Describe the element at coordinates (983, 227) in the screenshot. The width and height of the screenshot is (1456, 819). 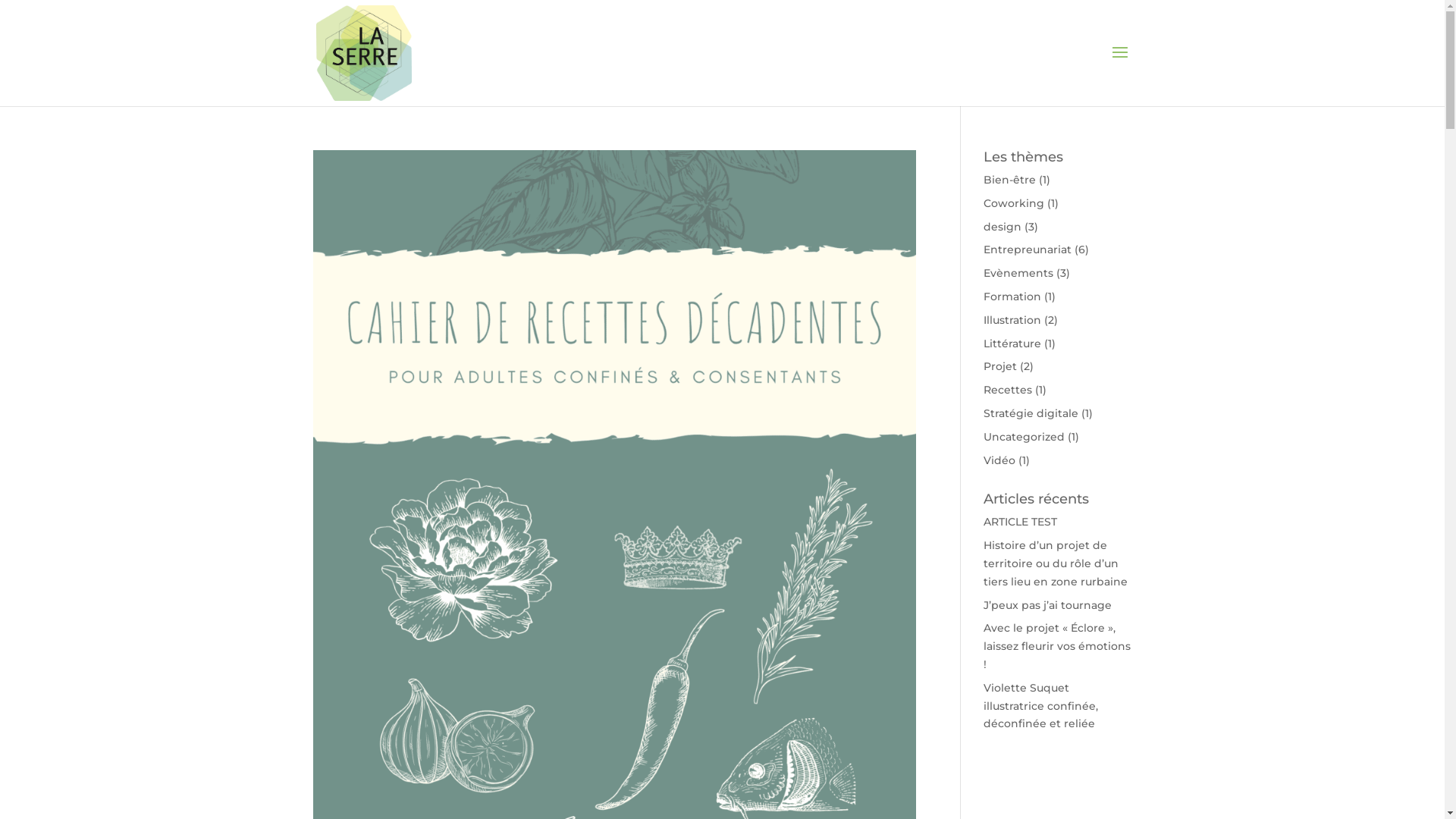
I see `'design'` at that location.